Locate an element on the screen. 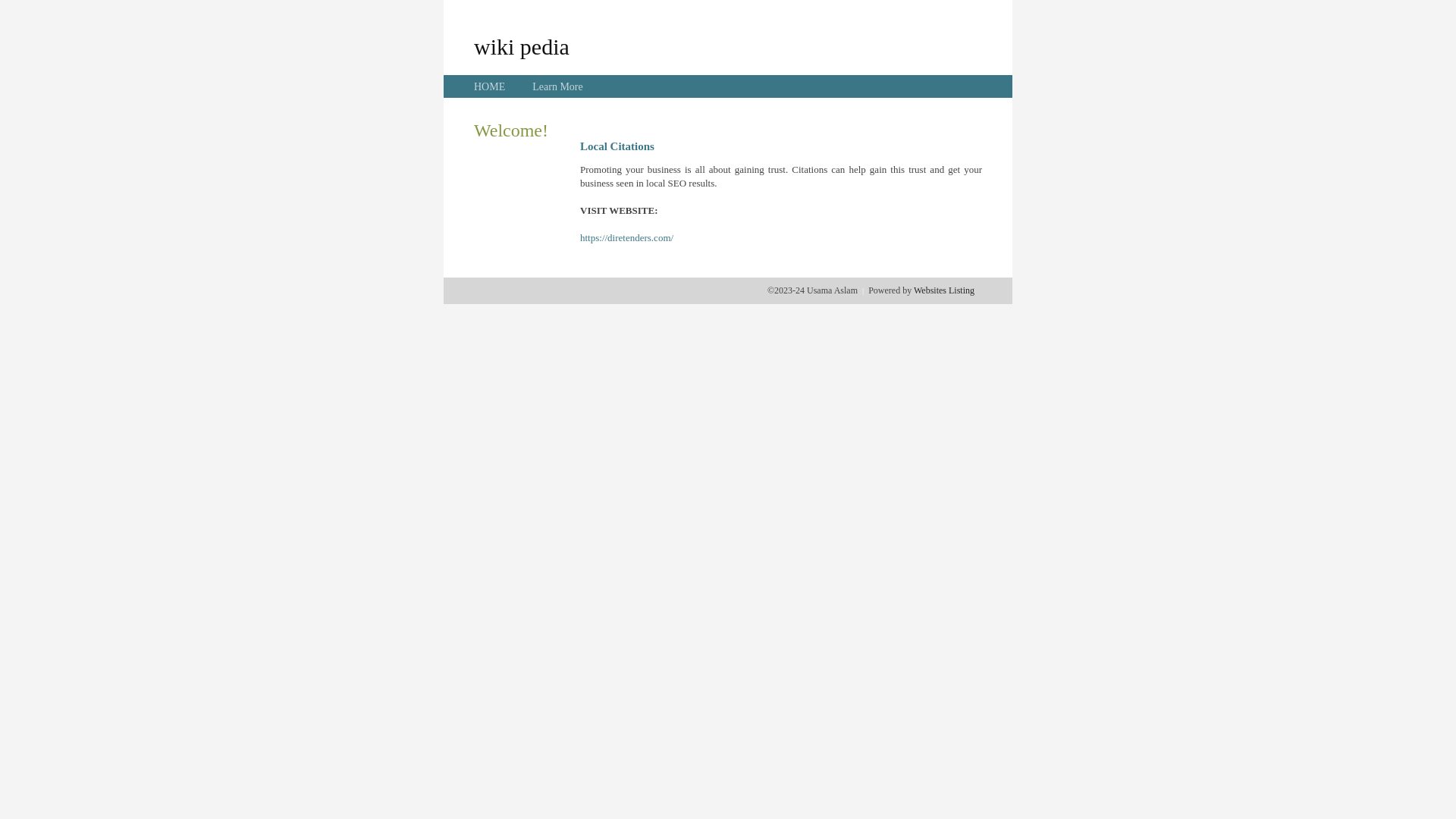  'wiki pedia' is located at coordinates (472, 45).